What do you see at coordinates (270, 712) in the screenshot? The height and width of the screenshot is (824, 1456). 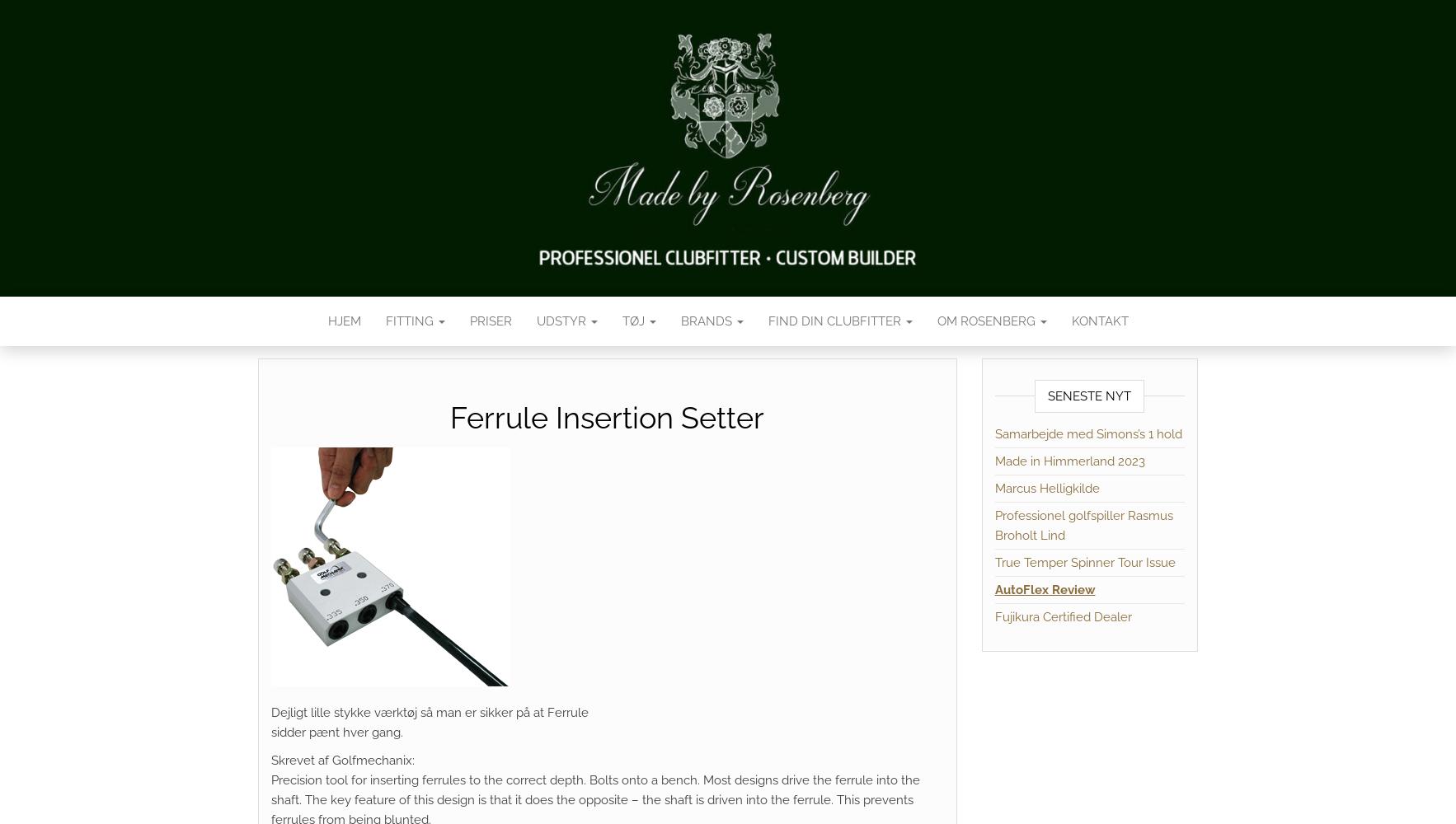 I see `'Dejligt lille stykke værktøj så man er sikker på at Ferrule'` at bounding box center [270, 712].